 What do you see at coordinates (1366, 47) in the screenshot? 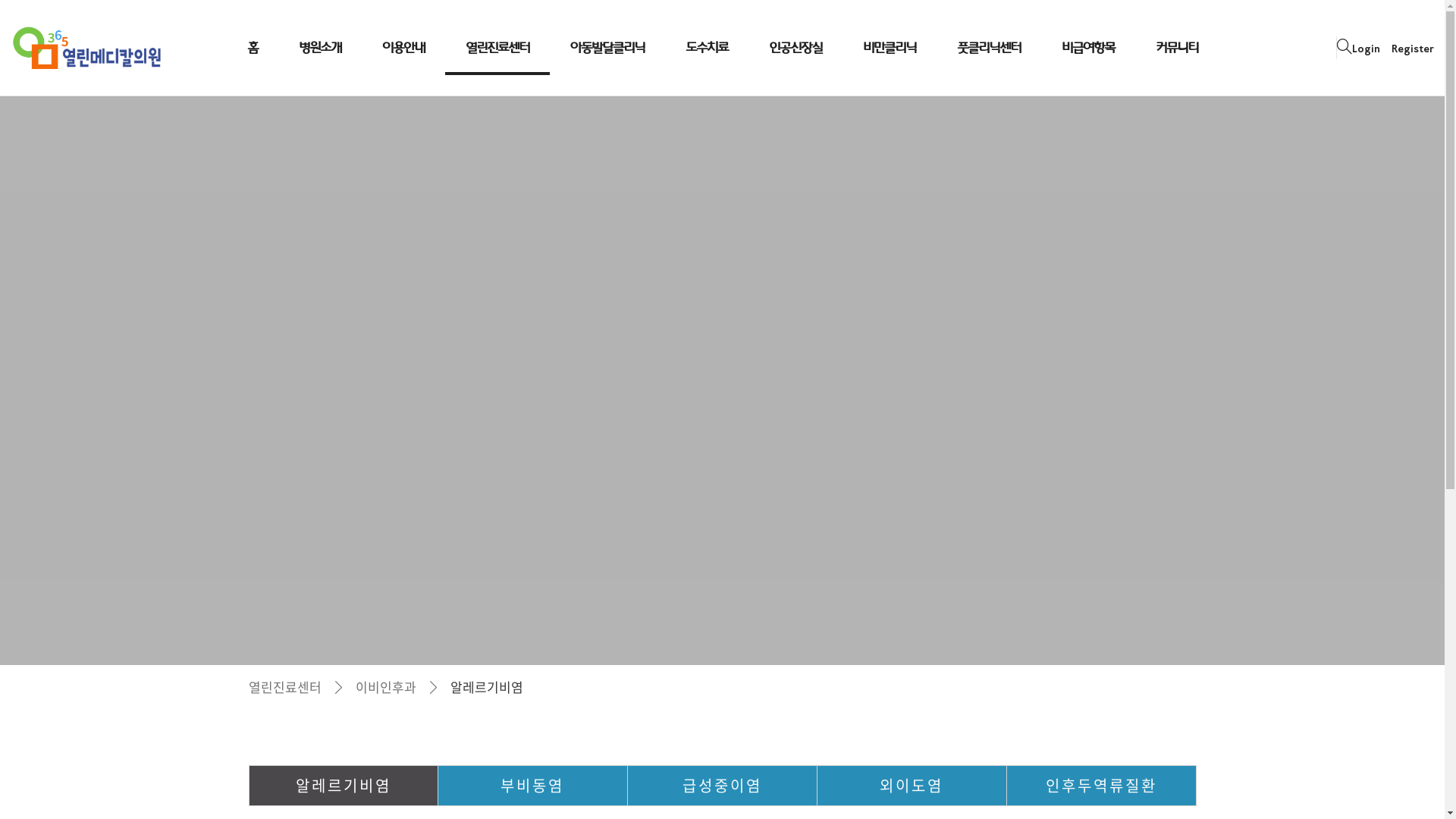
I see `'Login'` at bounding box center [1366, 47].